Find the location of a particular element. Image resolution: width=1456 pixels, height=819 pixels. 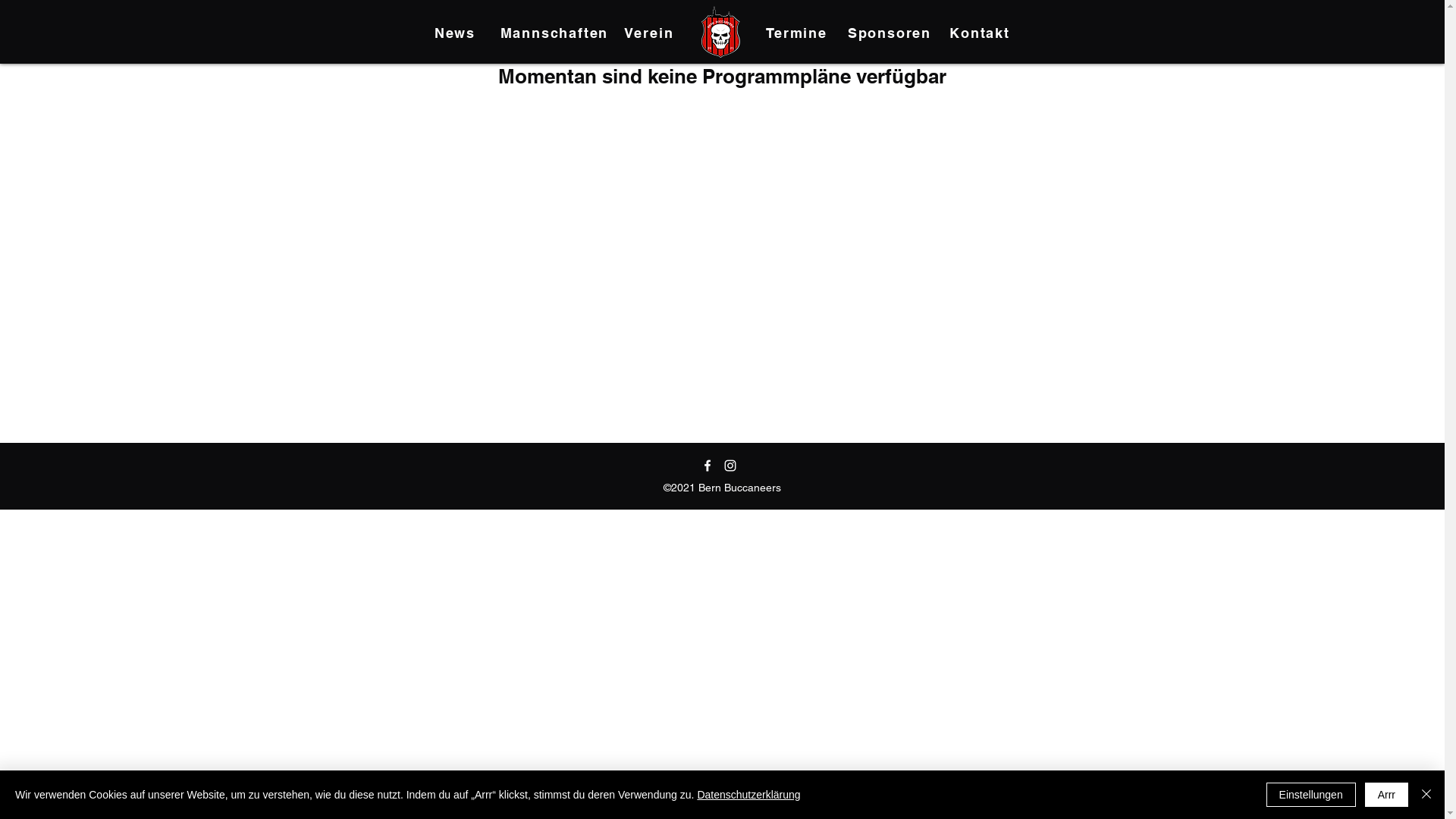

'News' is located at coordinates (456, 32).